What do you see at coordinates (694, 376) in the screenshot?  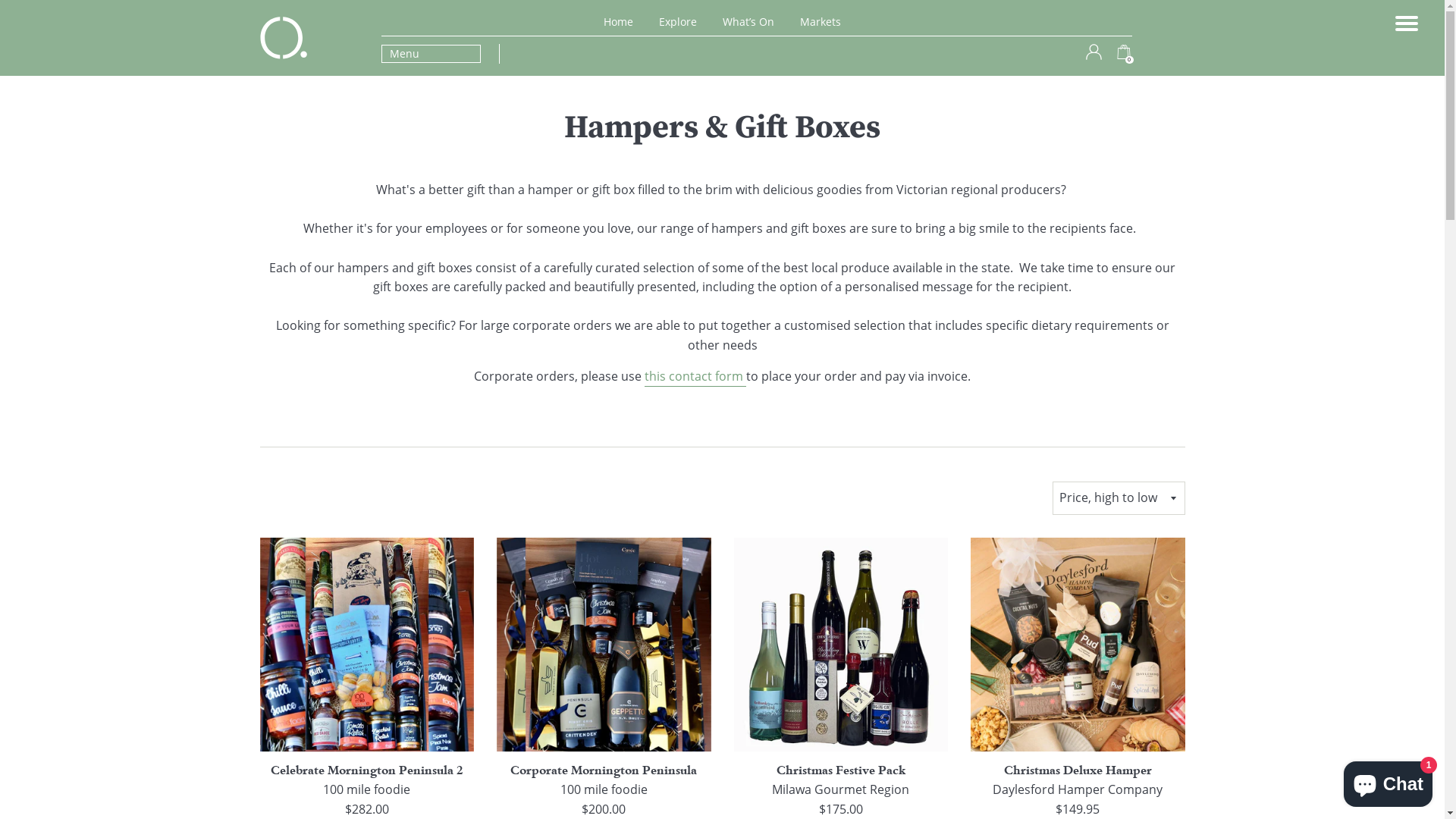 I see `'this contact form'` at bounding box center [694, 376].